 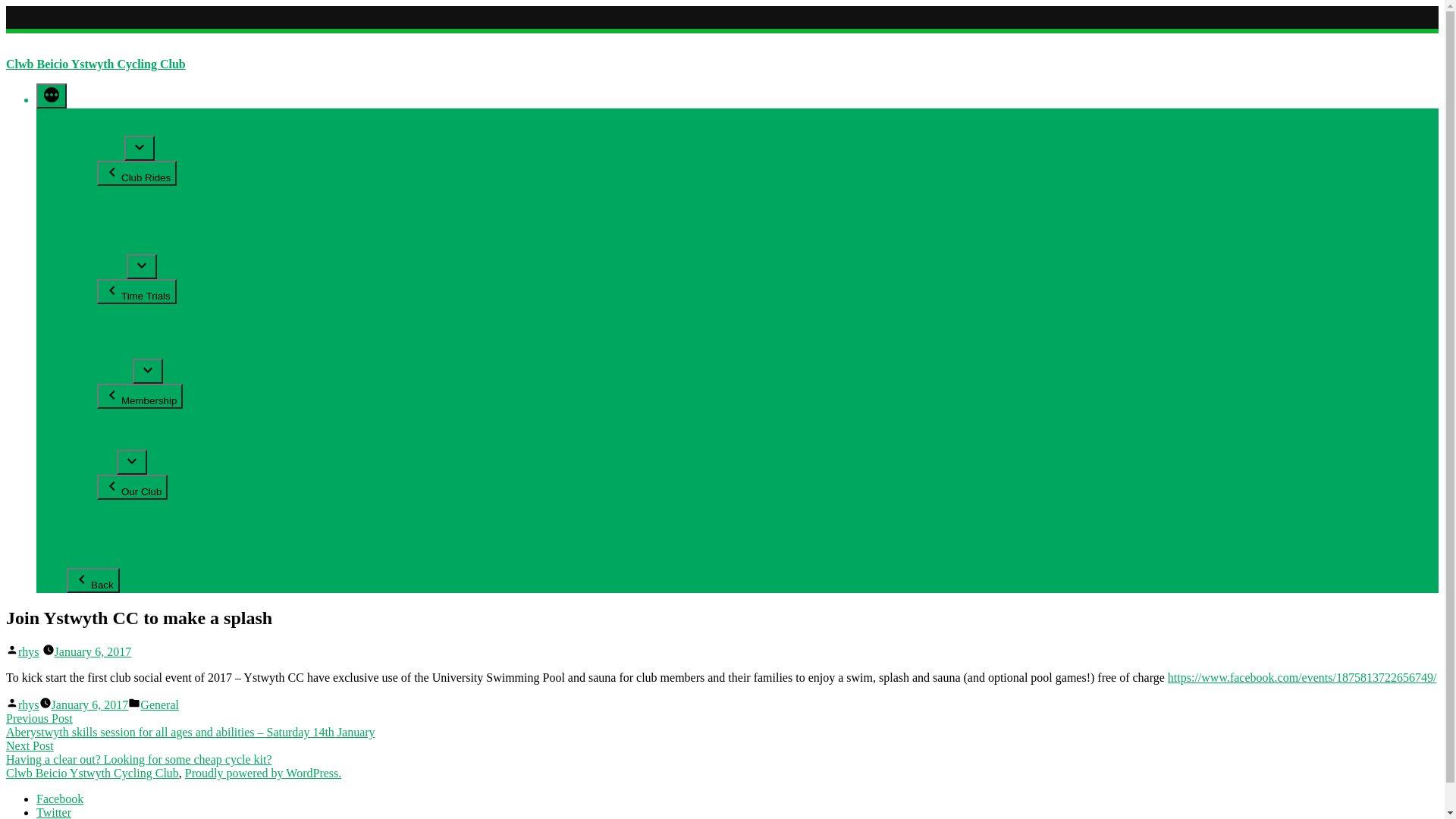 What do you see at coordinates (65, 152) in the screenshot?
I see `'Club Rides'` at bounding box center [65, 152].